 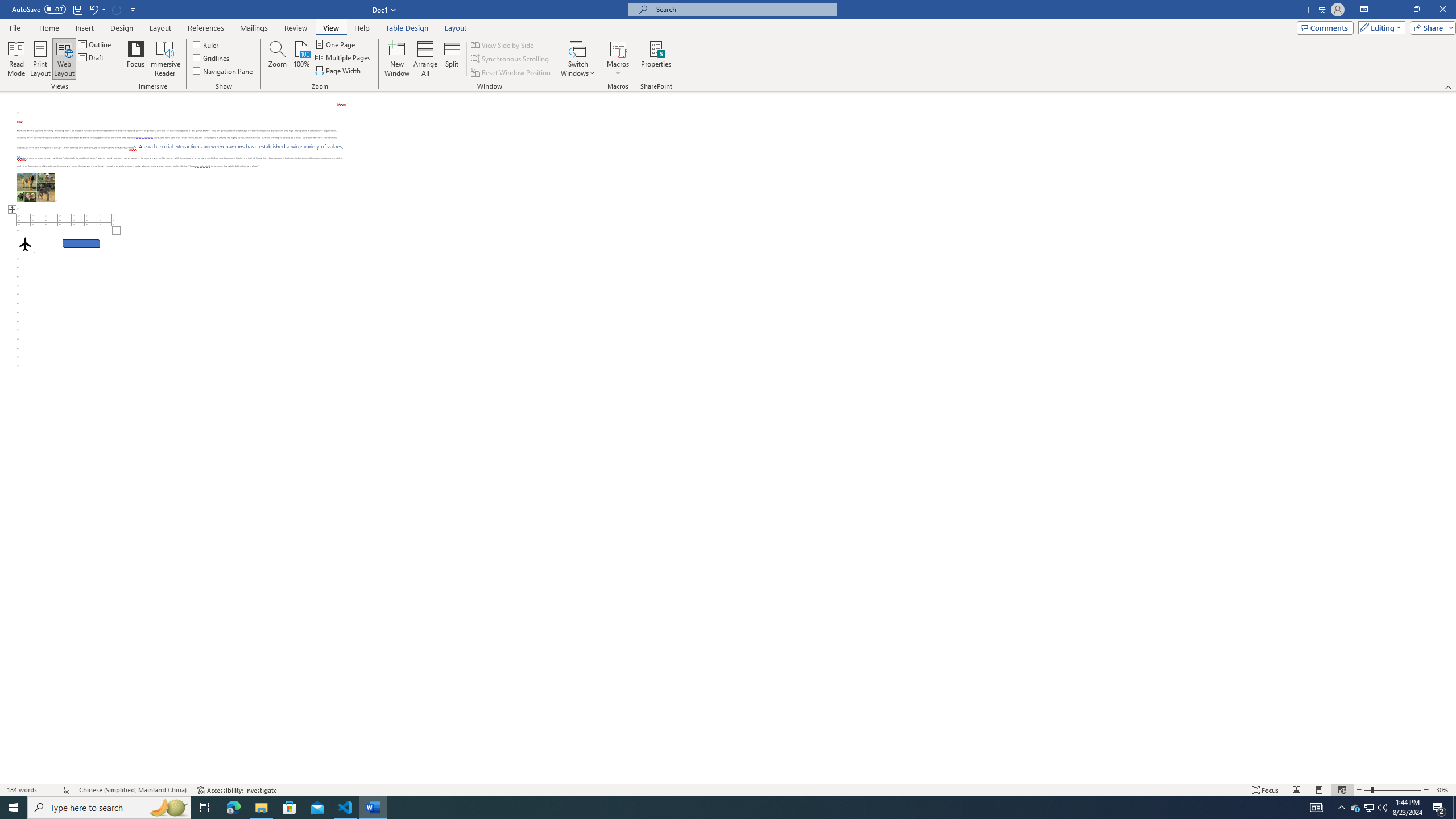 What do you see at coordinates (338, 69) in the screenshot?
I see `'Page Width'` at bounding box center [338, 69].